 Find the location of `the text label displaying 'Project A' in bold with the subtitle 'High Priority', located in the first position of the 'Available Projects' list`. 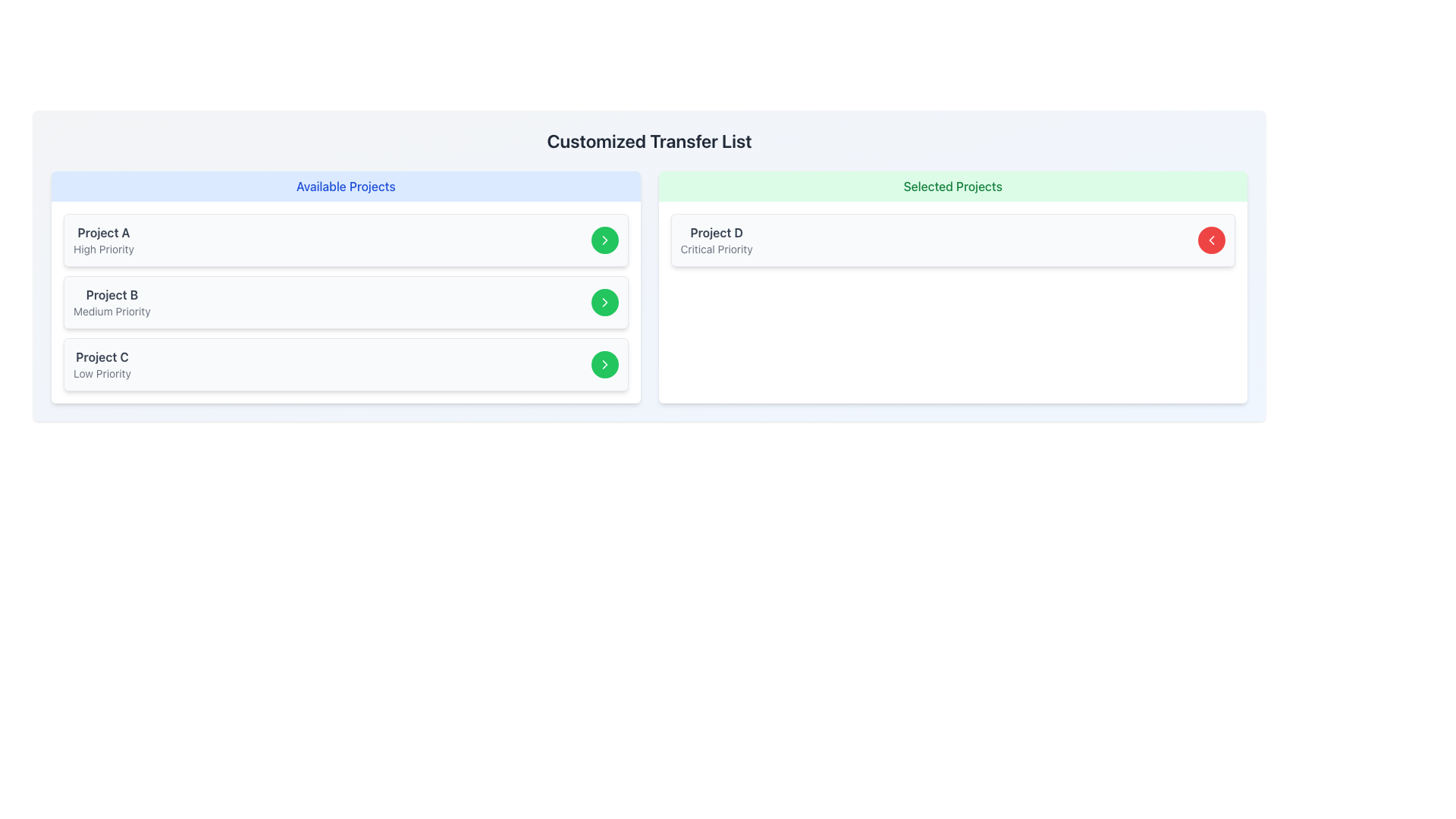

the text label displaying 'Project A' in bold with the subtitle 'High Priority', located in the first position of the 'Available Projects' list is located at coordinates (103, 239).